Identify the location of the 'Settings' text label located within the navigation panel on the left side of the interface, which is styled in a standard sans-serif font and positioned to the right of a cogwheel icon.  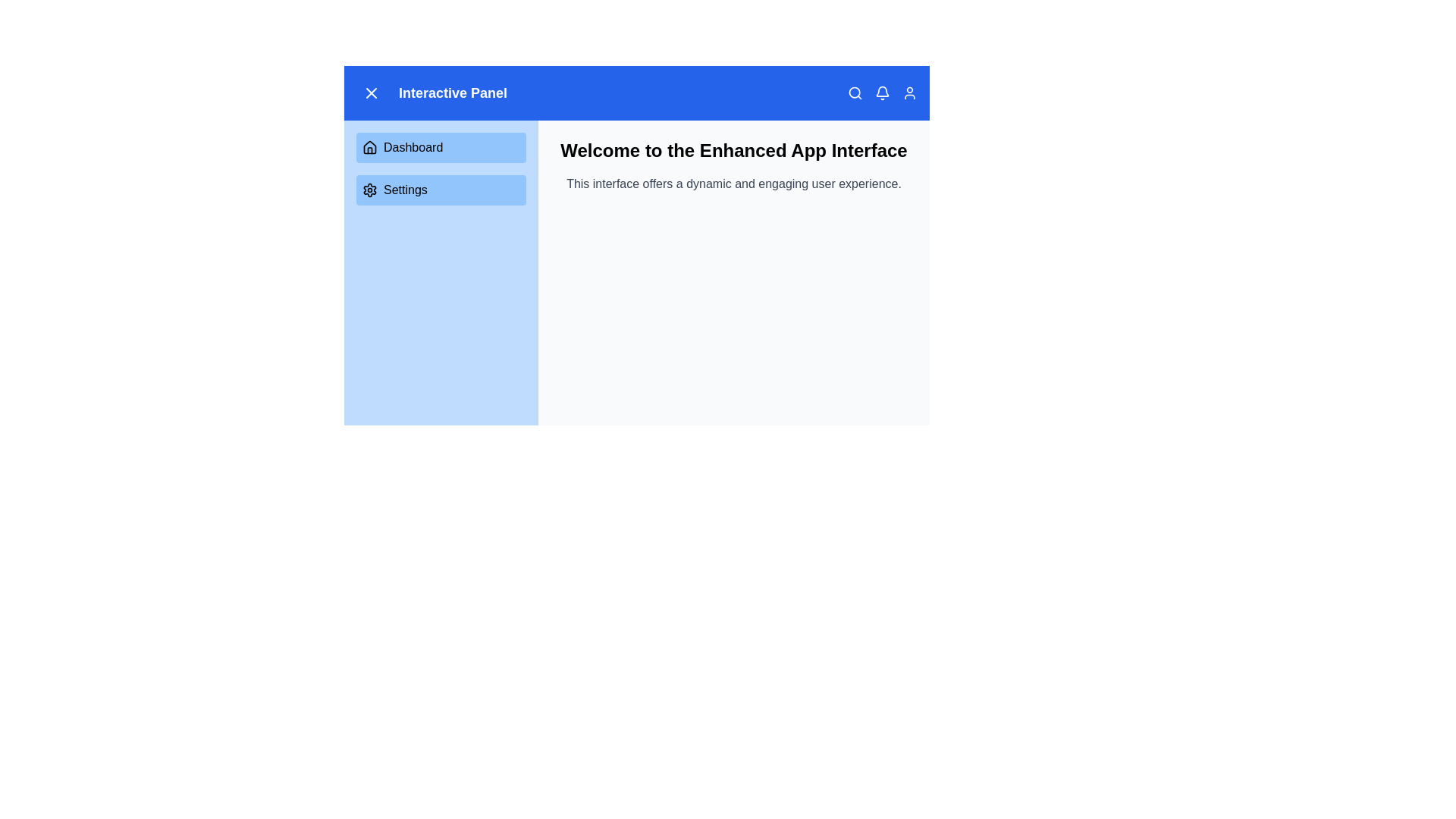
(405, 189).